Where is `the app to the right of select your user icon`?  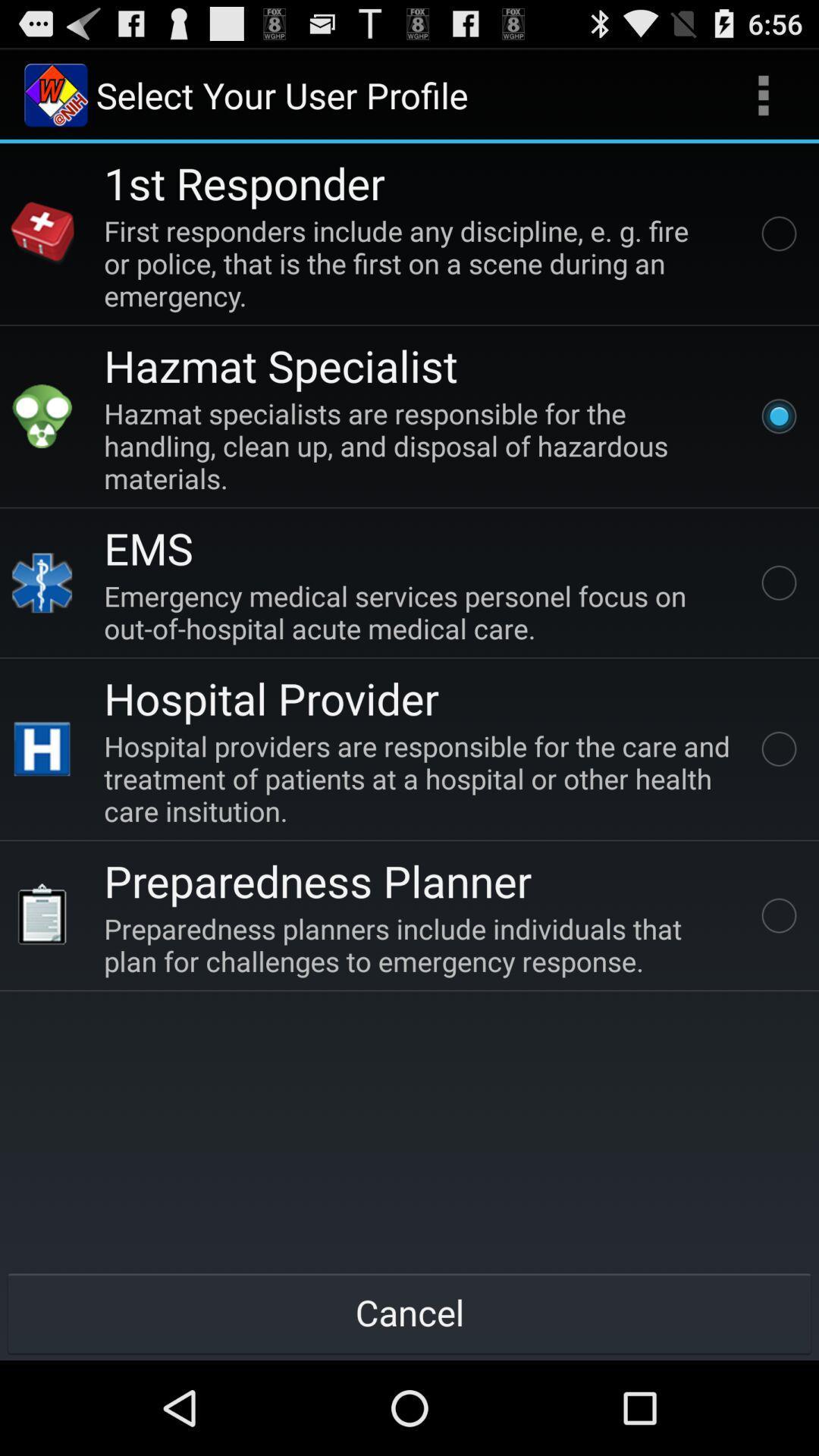
the app to the right of select your user icon is located at coordinates (763, 94).